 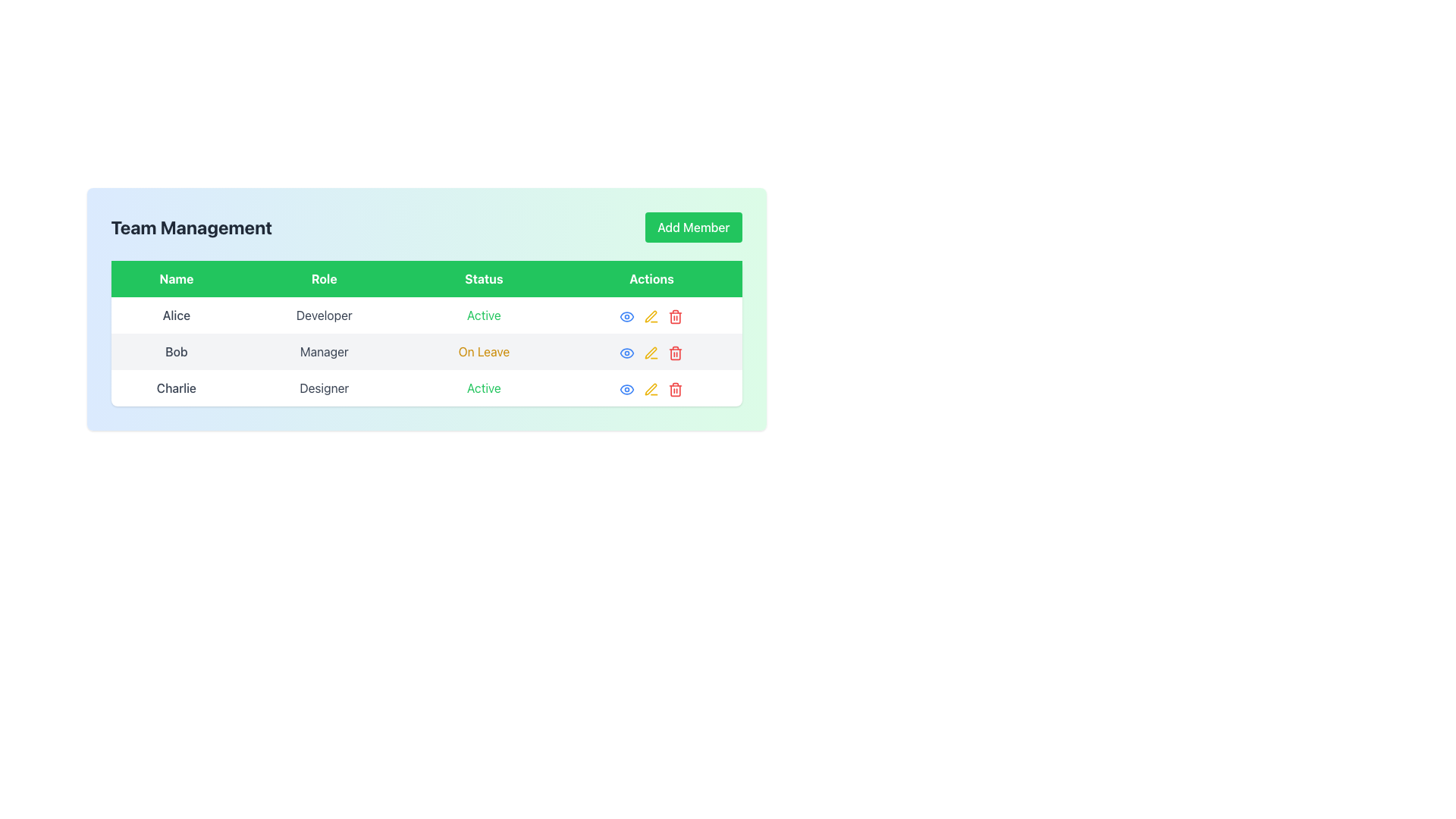 I want to click on the status indicator text label for Charlie in the 'Status' column of the Team Management table, which shows that he is currently active, so click(x=483, y=388).